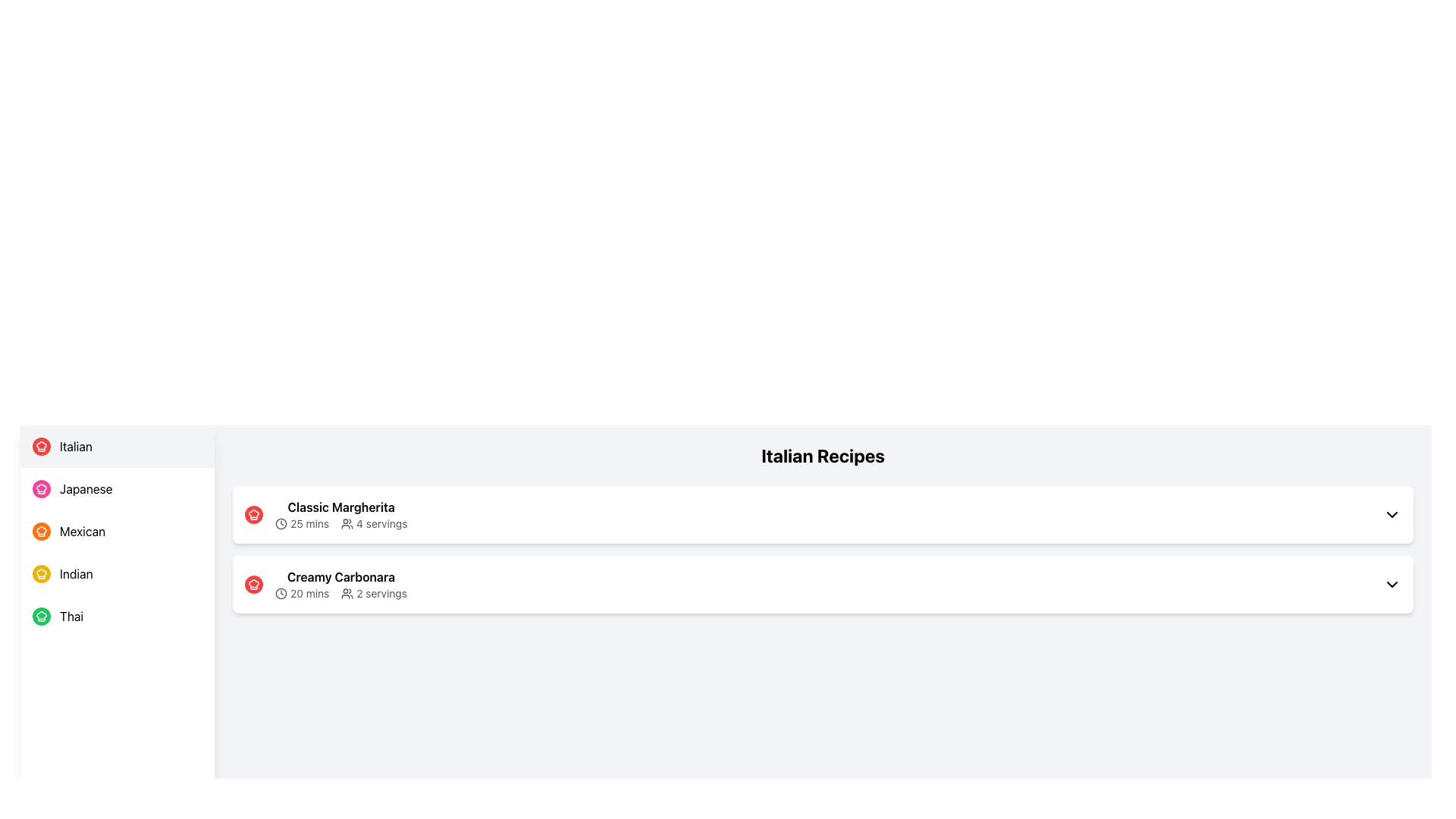  What do you see at coordinates (85, 488) in the screenshot?
I see `the text label displaying 'Japanese', which is the second item in the vertical list of culinary cuisines, positioned below 'Italian' and above 'Mexican'` at bounding box center [85, 488].